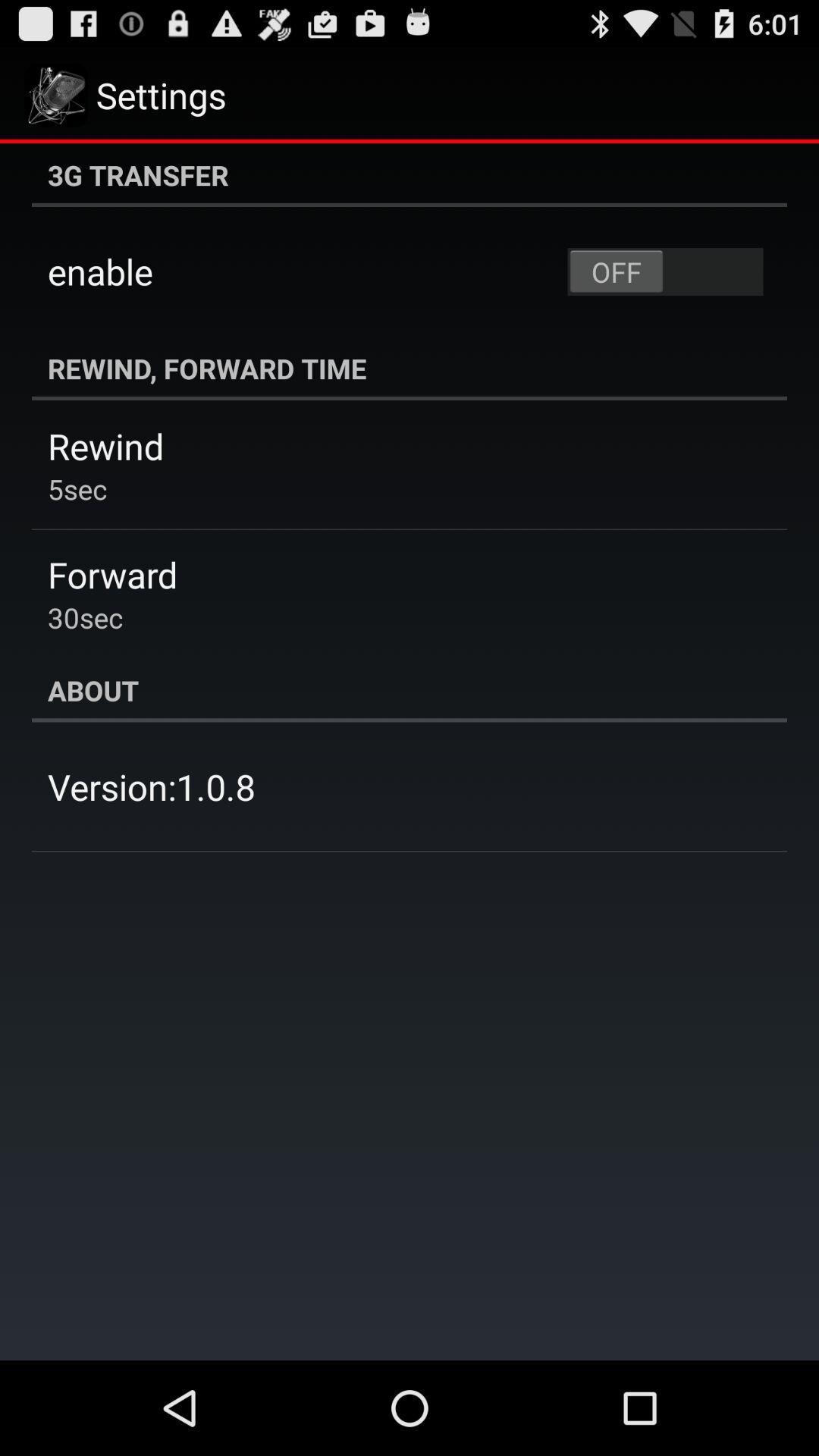  I want to click on the item below the 3g transfer icon, so click(664, 271).